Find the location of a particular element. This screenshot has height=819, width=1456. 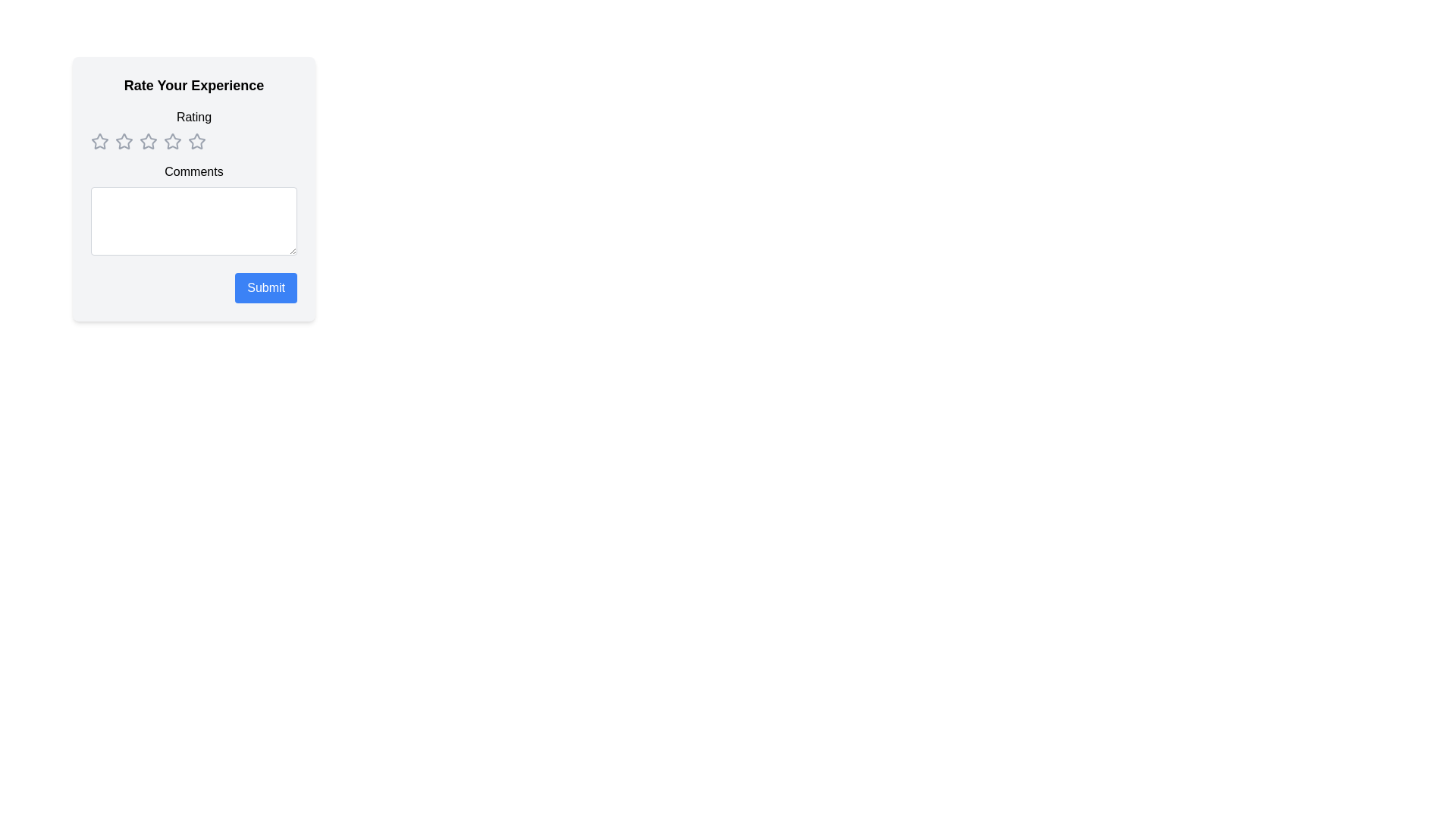

the first star icon in the rating section of the feedback form is located at coordinates (99, 141).